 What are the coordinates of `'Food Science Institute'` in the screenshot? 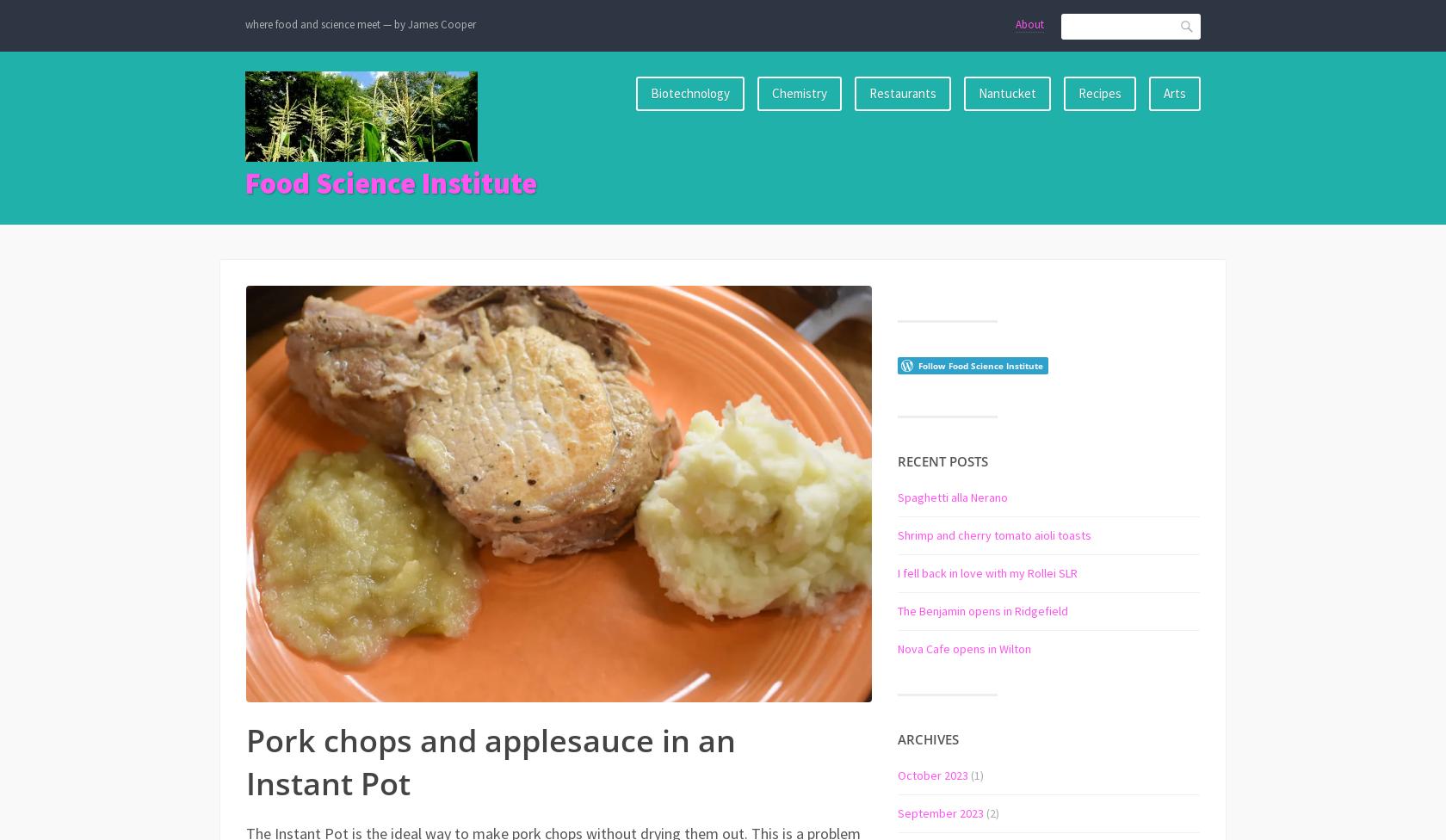 It's located at (391, 182).